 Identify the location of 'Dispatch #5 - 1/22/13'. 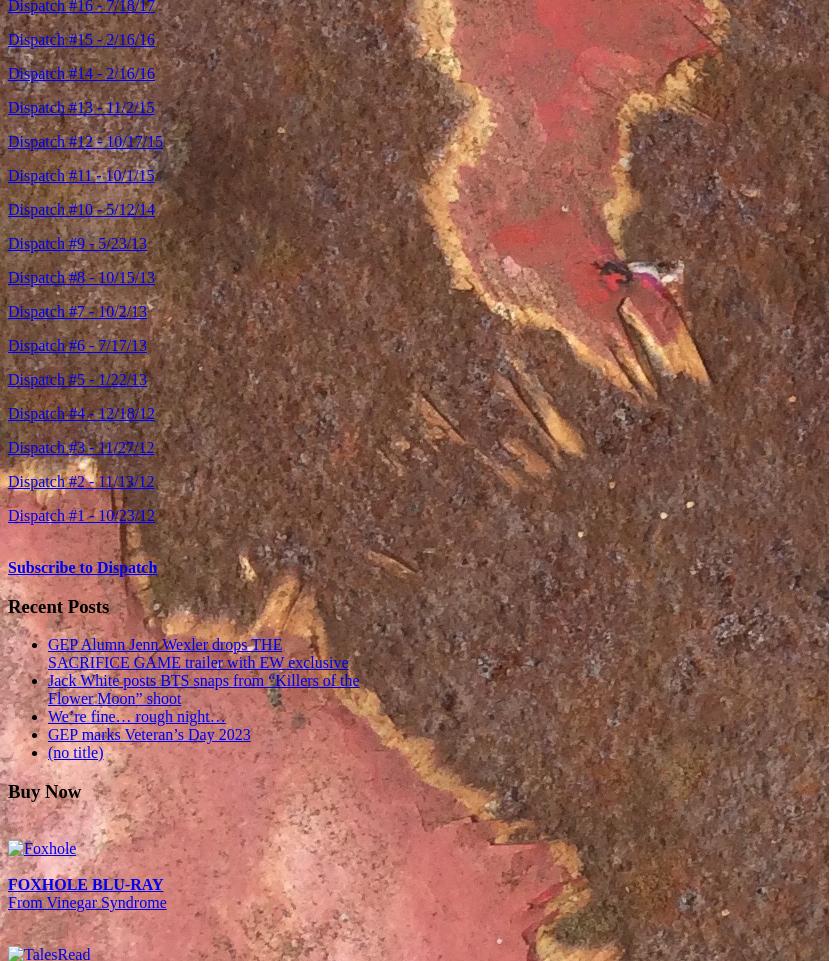
(76, 378).